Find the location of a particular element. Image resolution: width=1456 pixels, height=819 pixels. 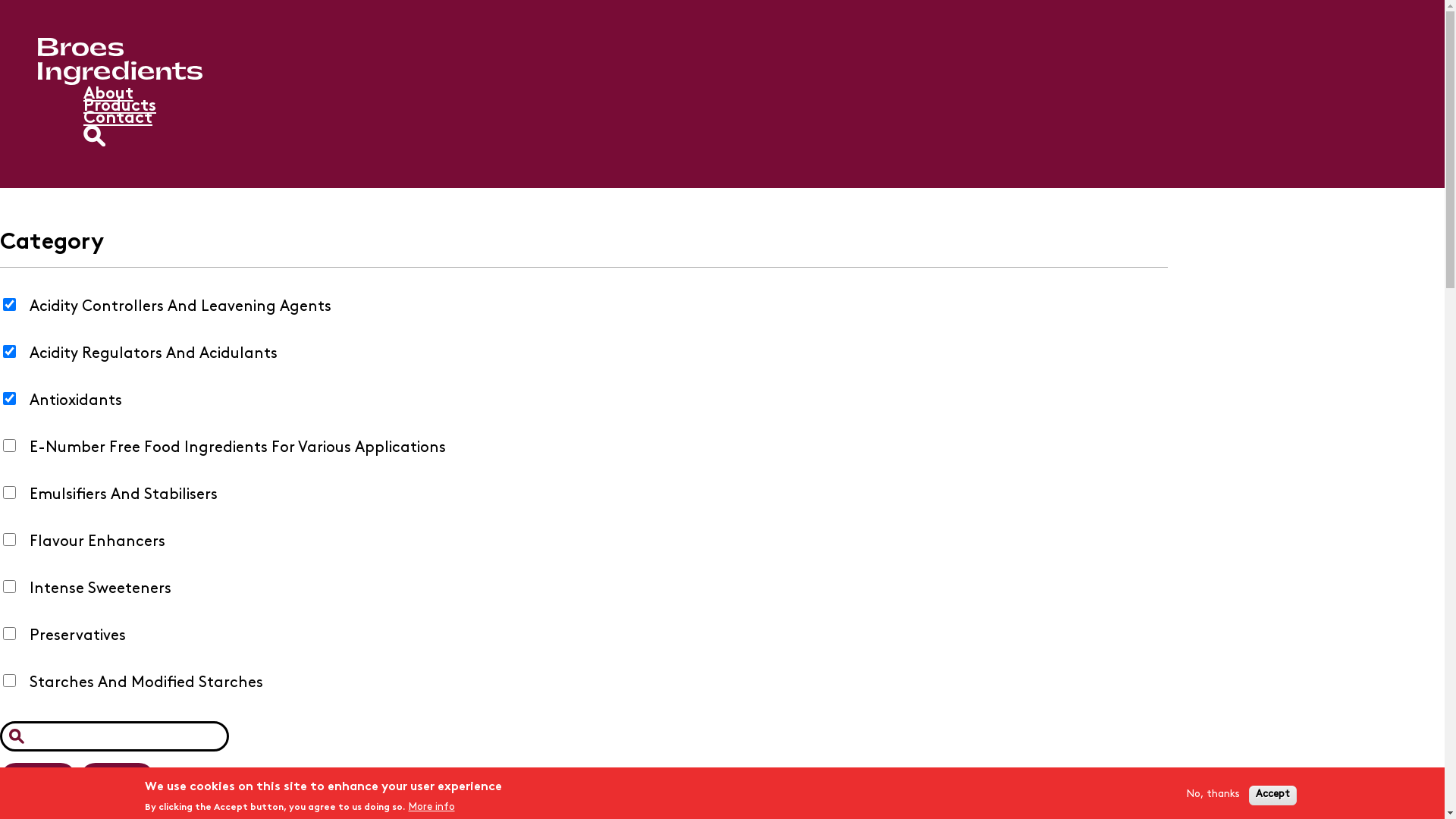

'Reset' is located at coordinates (116, 778).